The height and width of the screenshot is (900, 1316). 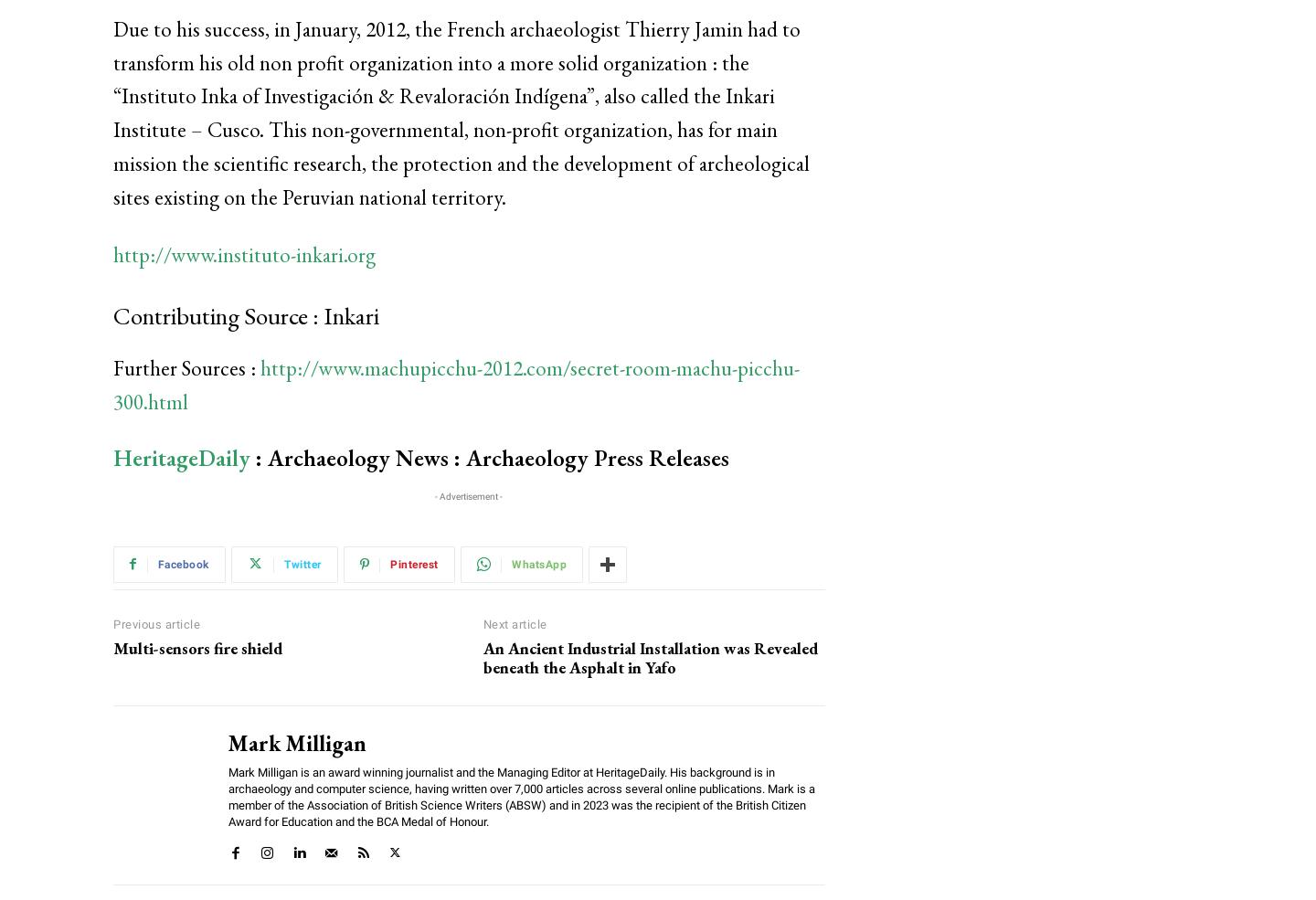 I want to click on 'http://www.machupicchu-2012.com/secret-room-machu-picchu-300.html', so click(x=455, y=384).